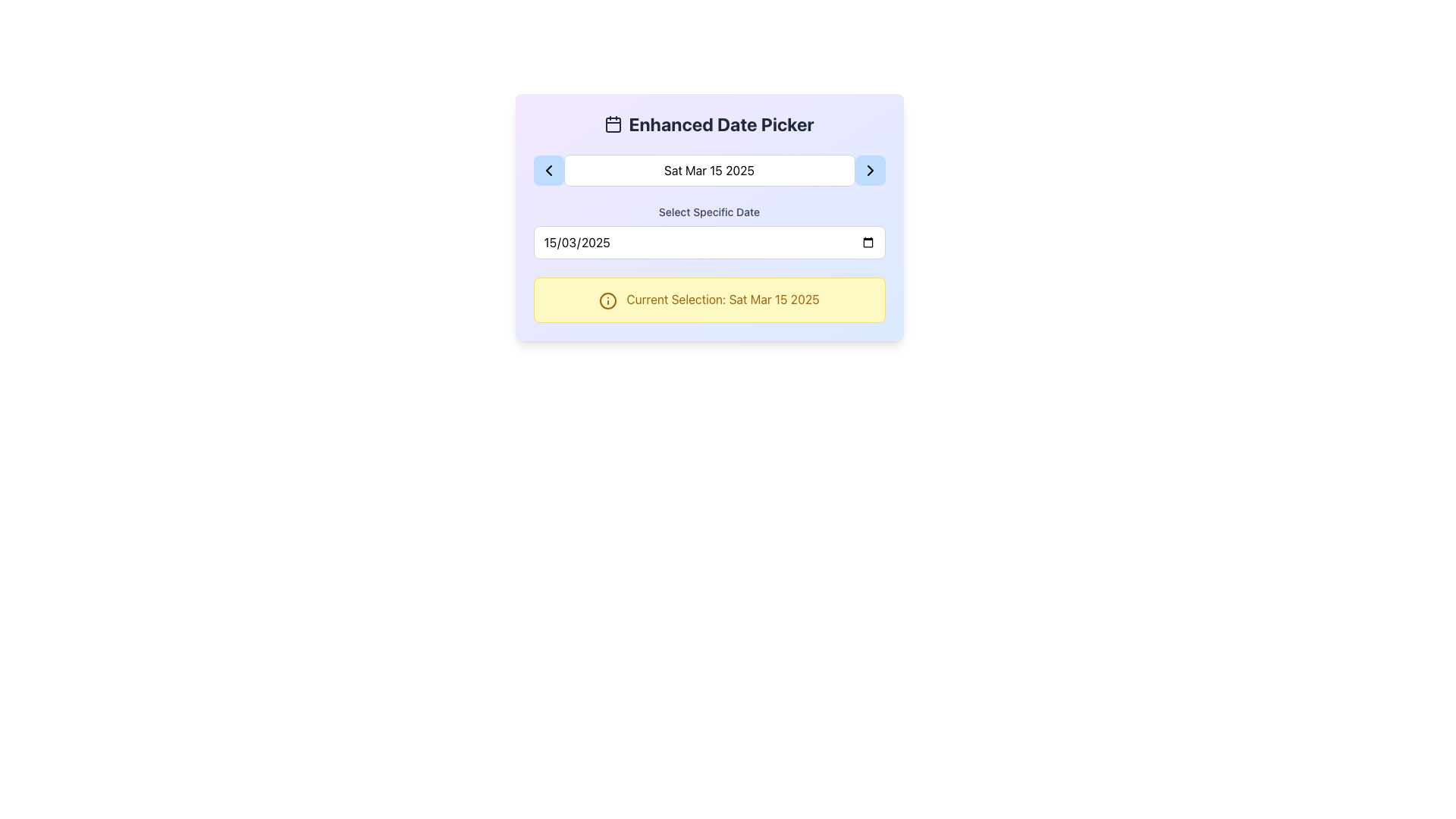 The width and height of the screenshot is (1456, 819). I want to click on the Date Picker Display Section, so click(708, 170).